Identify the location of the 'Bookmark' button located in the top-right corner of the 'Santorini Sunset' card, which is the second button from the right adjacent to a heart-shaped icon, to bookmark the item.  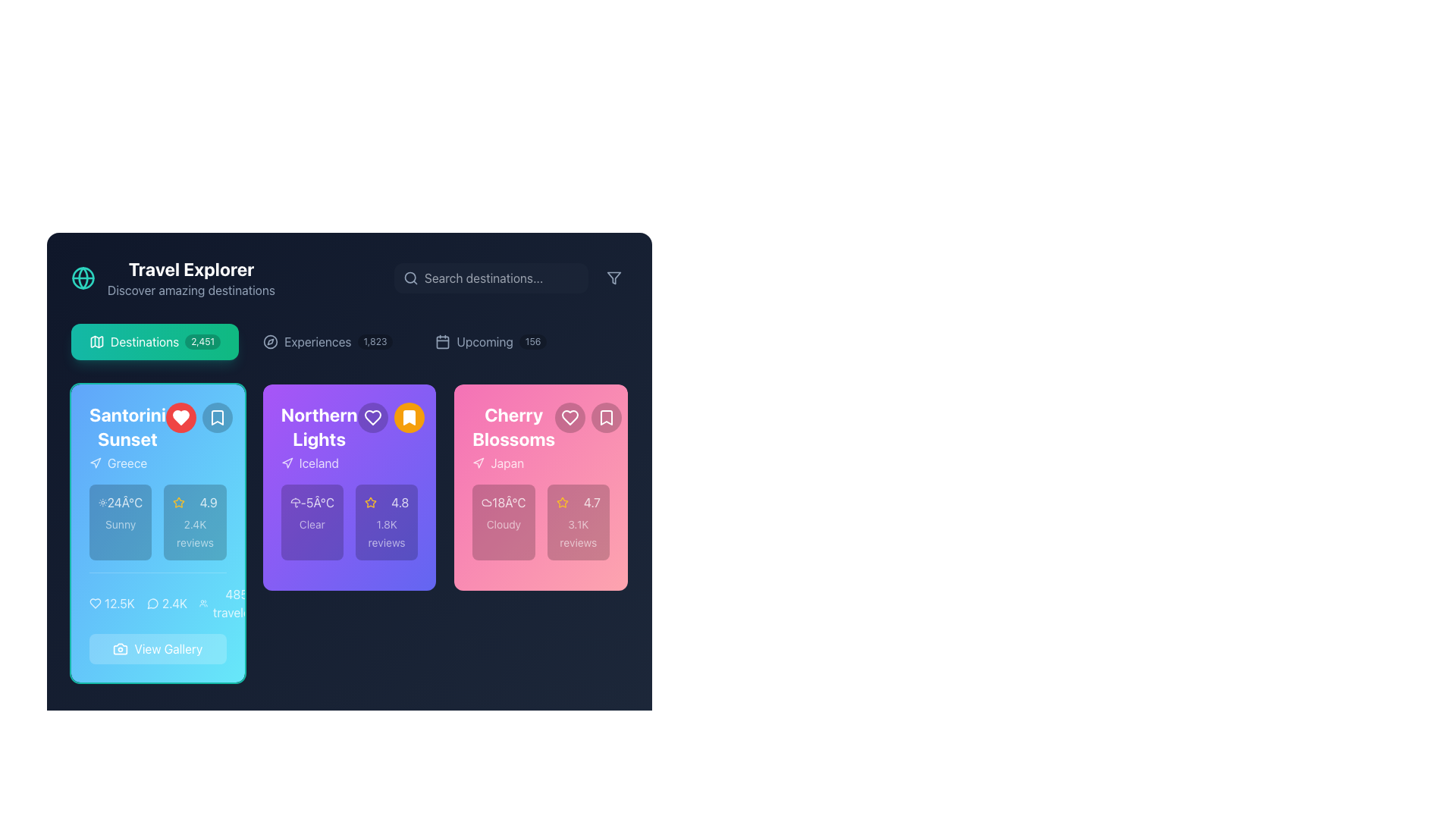
(216, 418).